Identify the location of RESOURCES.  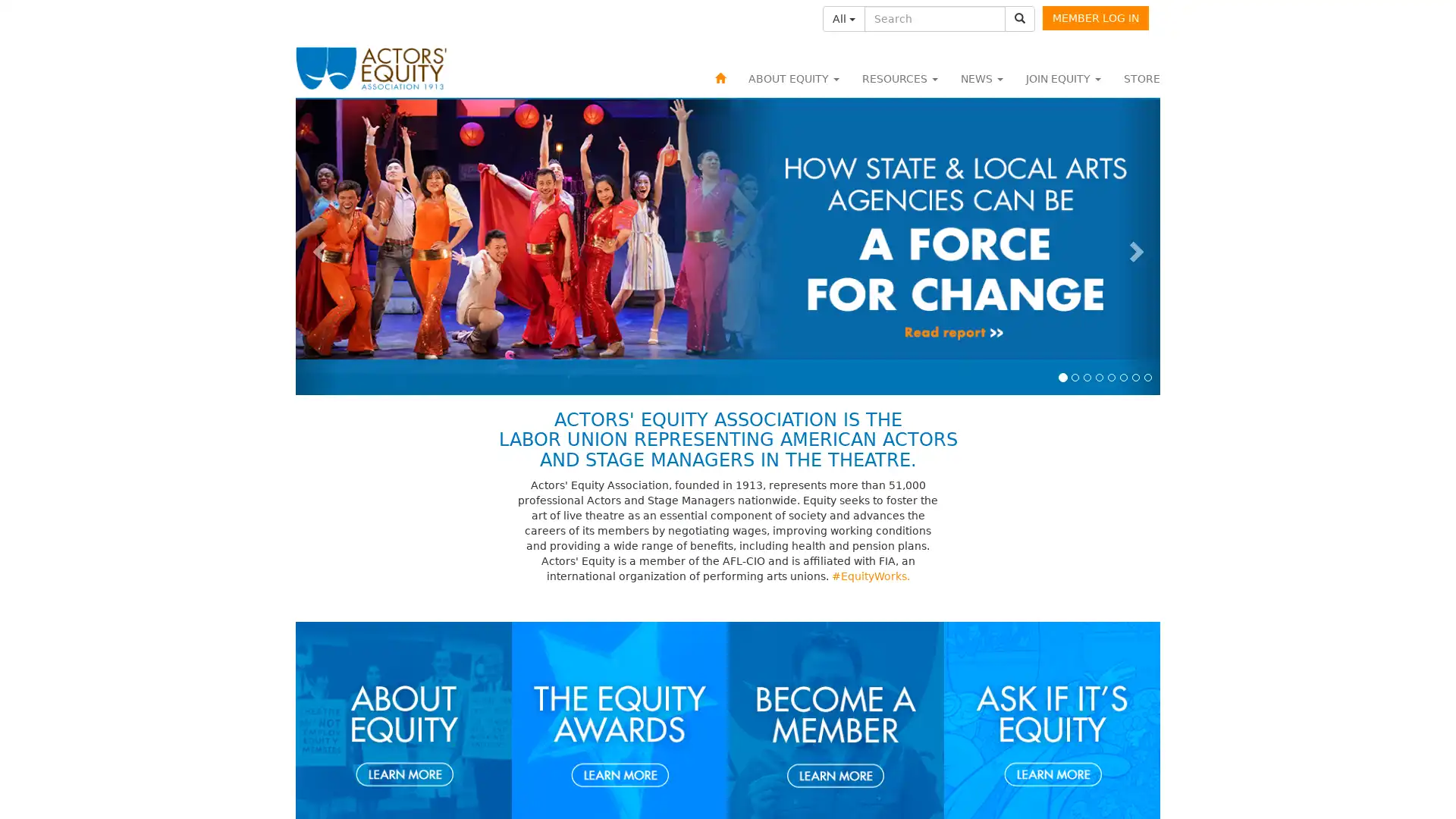
(899, 79).